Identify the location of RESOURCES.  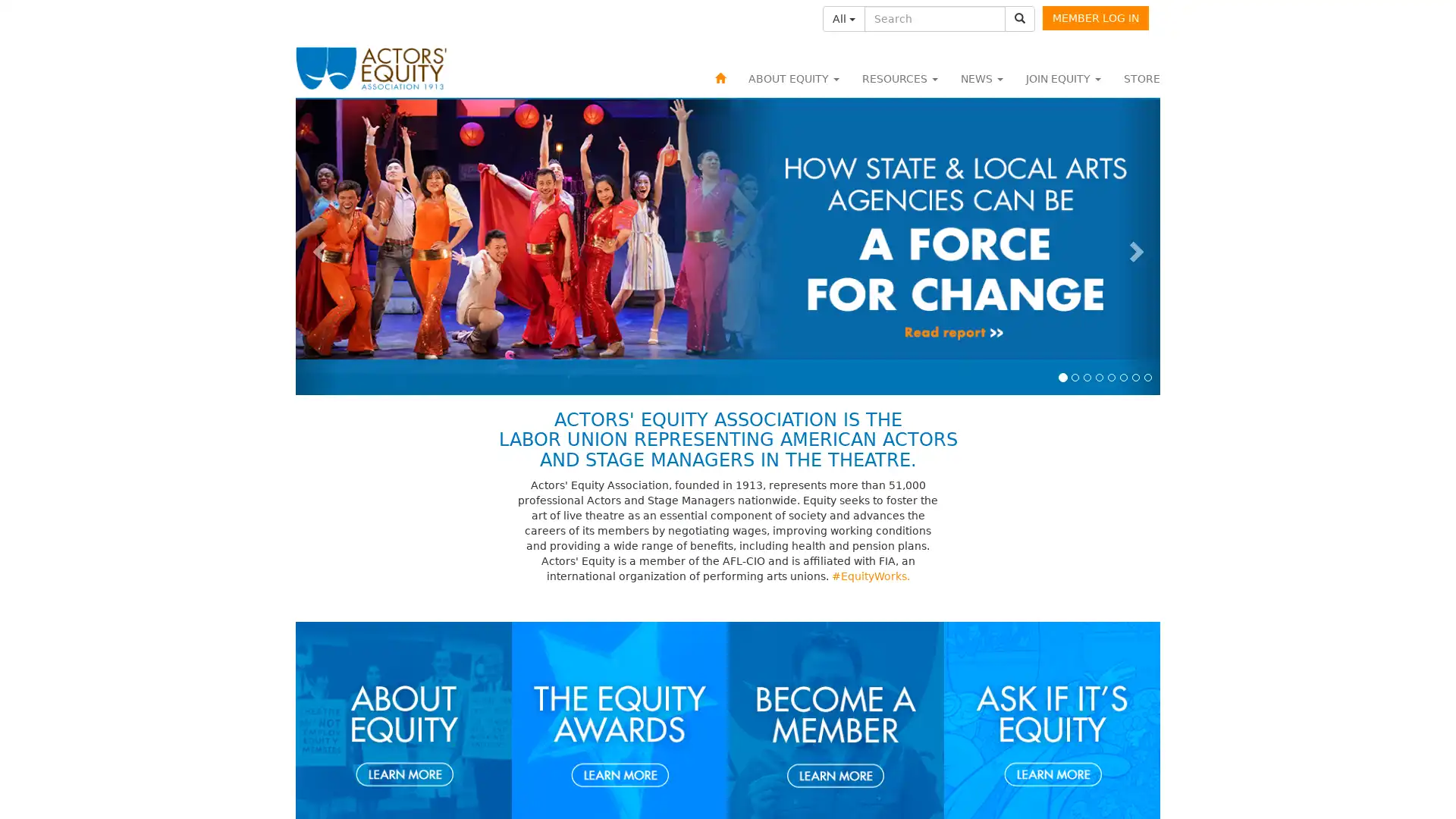
(899, 79).